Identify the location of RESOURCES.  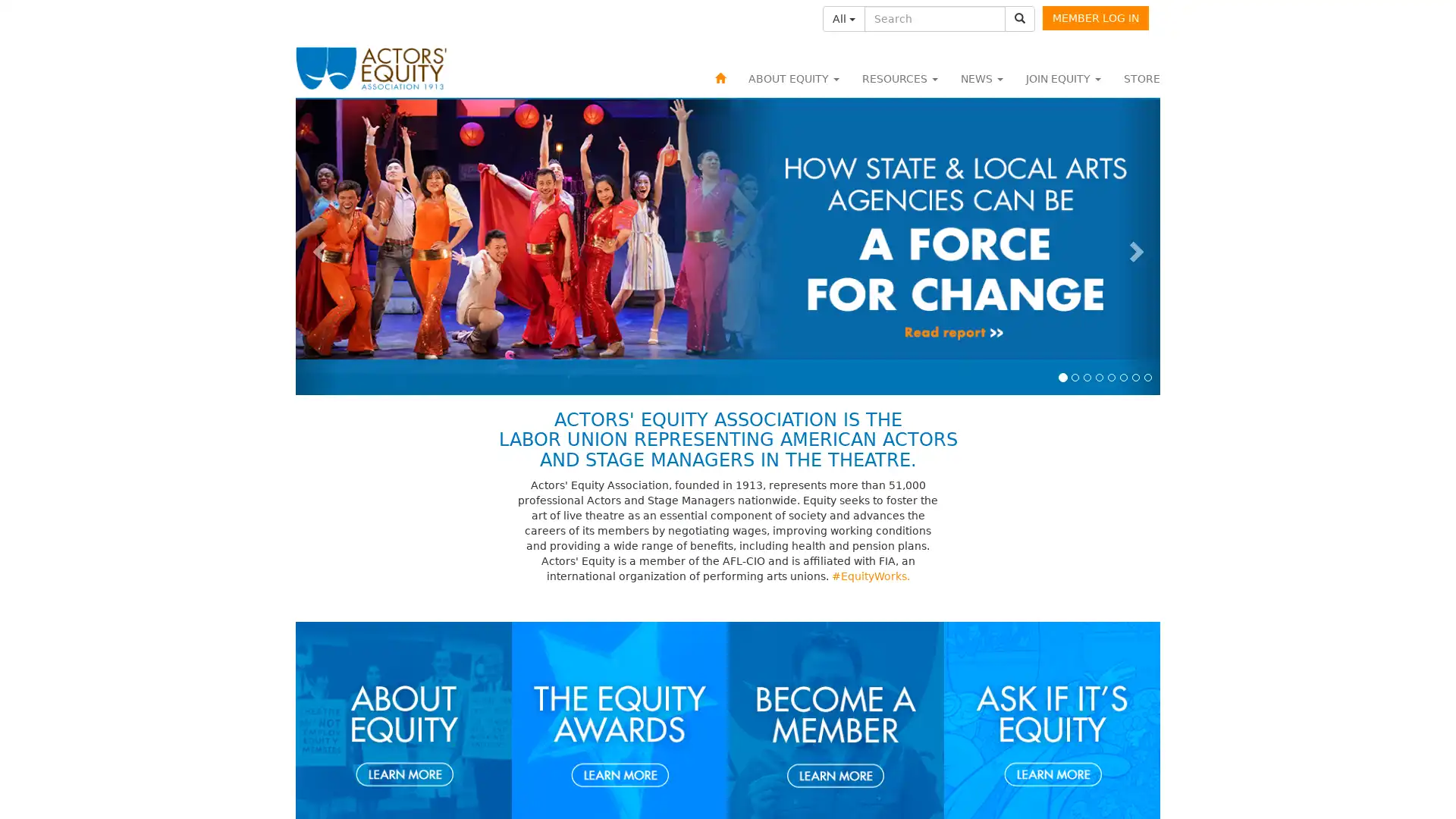
(899, 79).